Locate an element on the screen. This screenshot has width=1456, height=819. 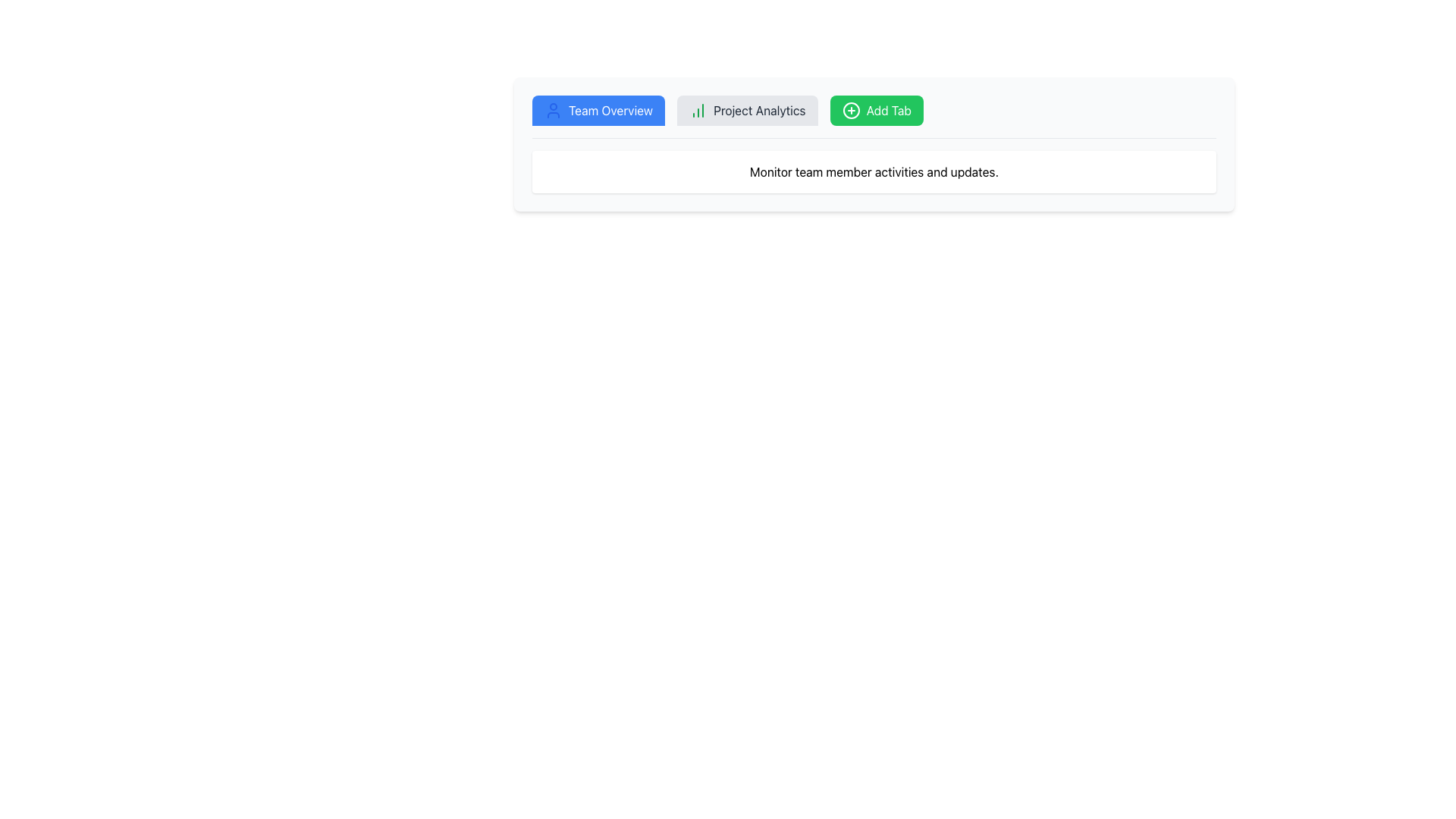
the navigation tab for 'Project Analytics' is located at coordinates (747, 110).